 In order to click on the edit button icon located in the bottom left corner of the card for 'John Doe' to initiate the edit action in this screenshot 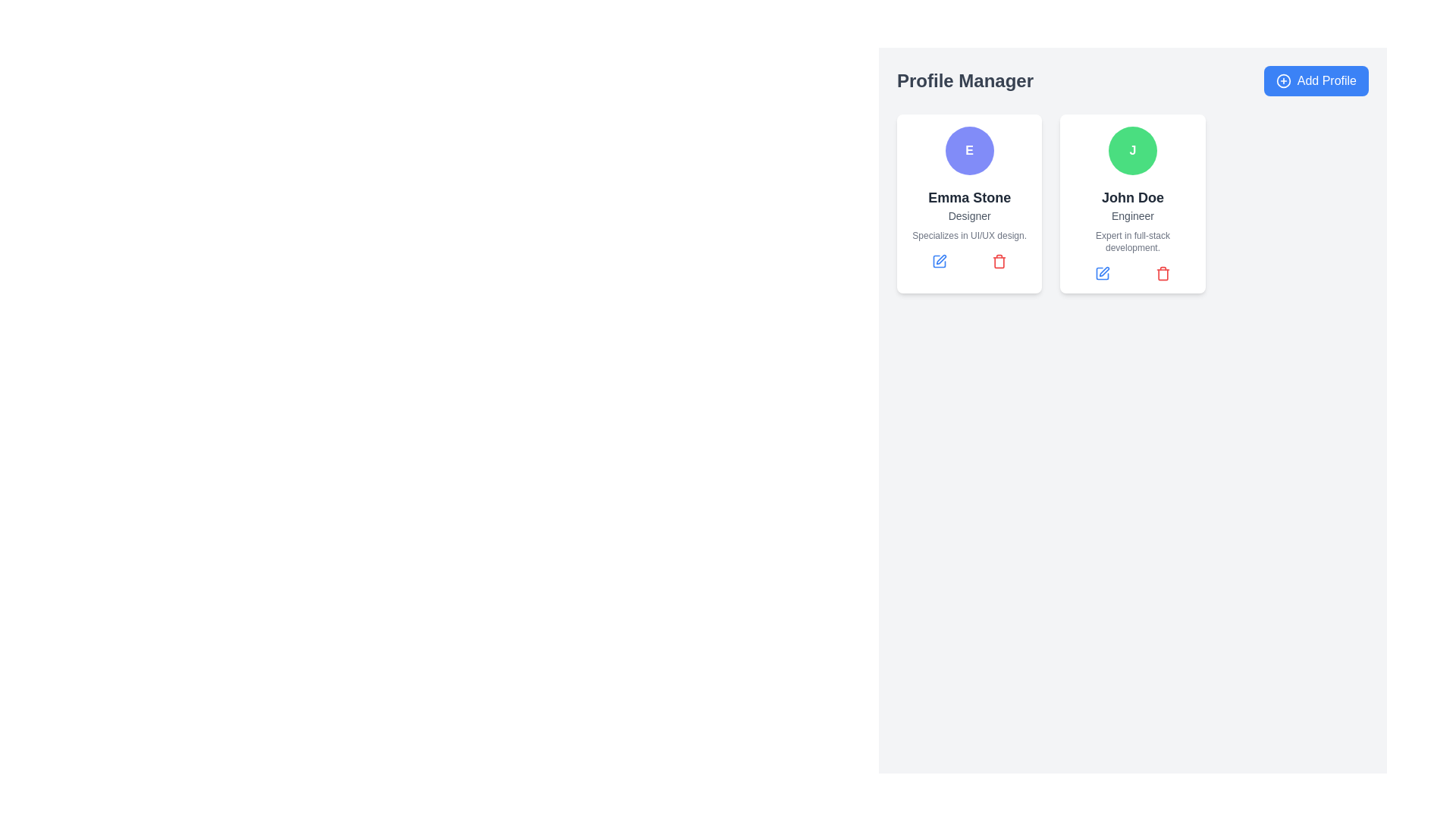, I will do `click(1104, 271)`.